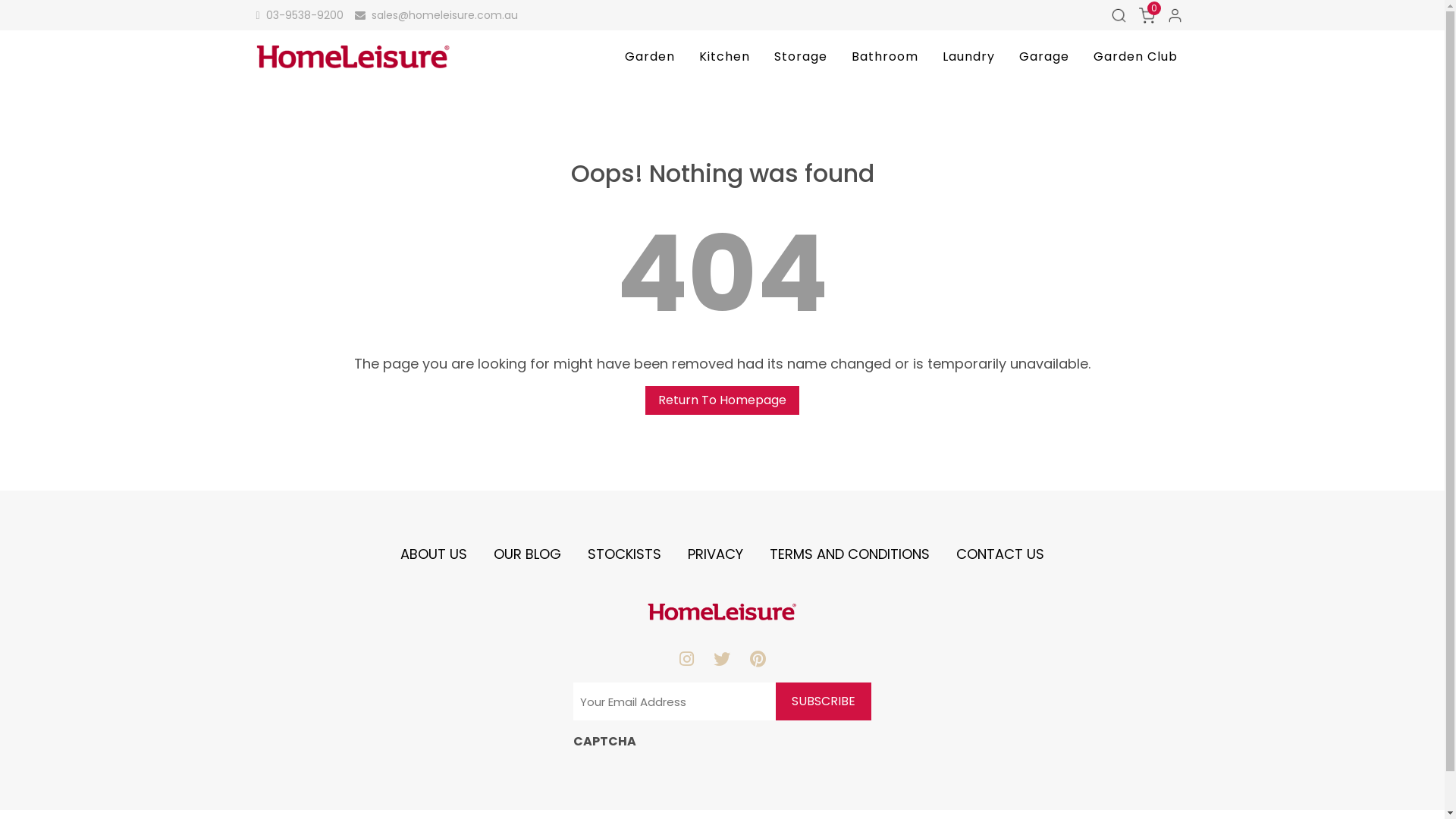 The image size is (1456, 819). What do you see at coordinates (435, 14) in the screenshot?
I see `'sales@homeleisure.com.au'` at bounding box center [435, 14].